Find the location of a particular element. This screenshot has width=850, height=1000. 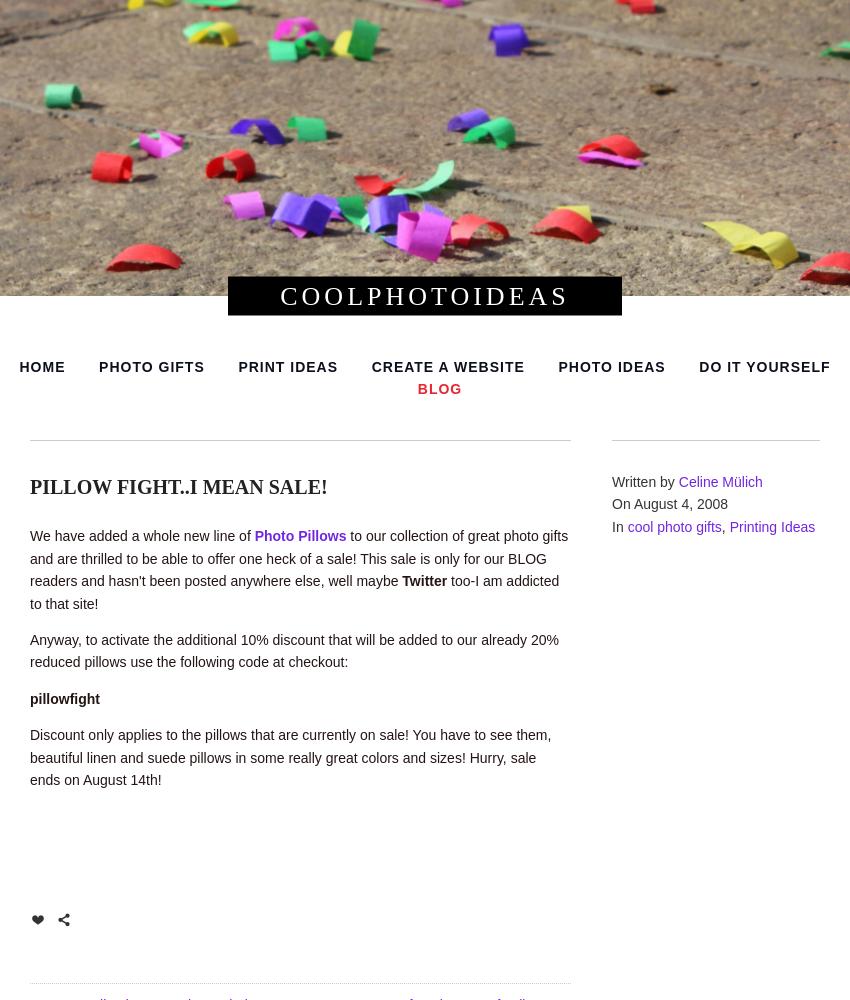

'pillowfight' is located at coordinates (64, 697).